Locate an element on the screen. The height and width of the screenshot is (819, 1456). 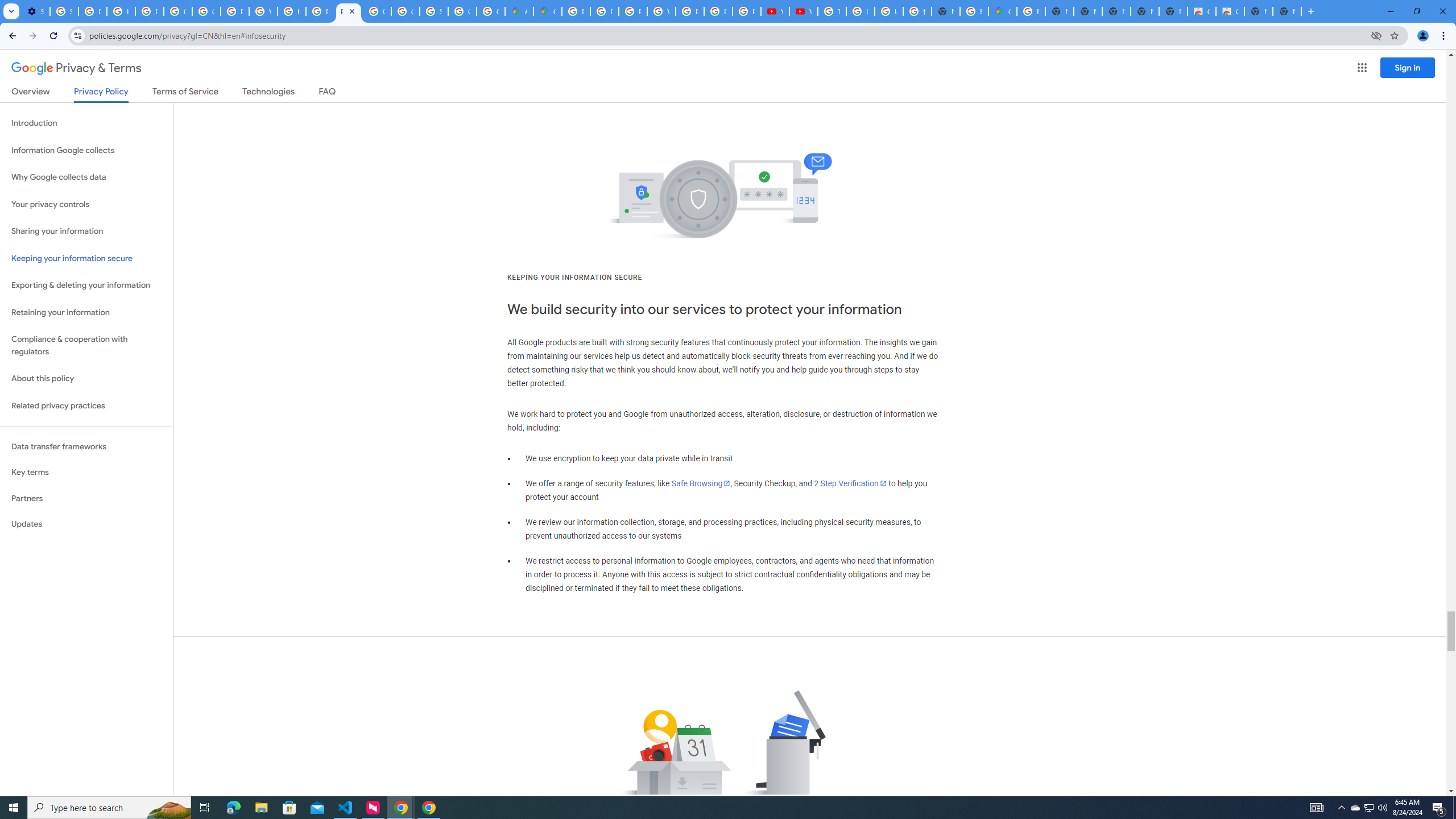
'Information Google collects' is located at coordinates (86, 150).